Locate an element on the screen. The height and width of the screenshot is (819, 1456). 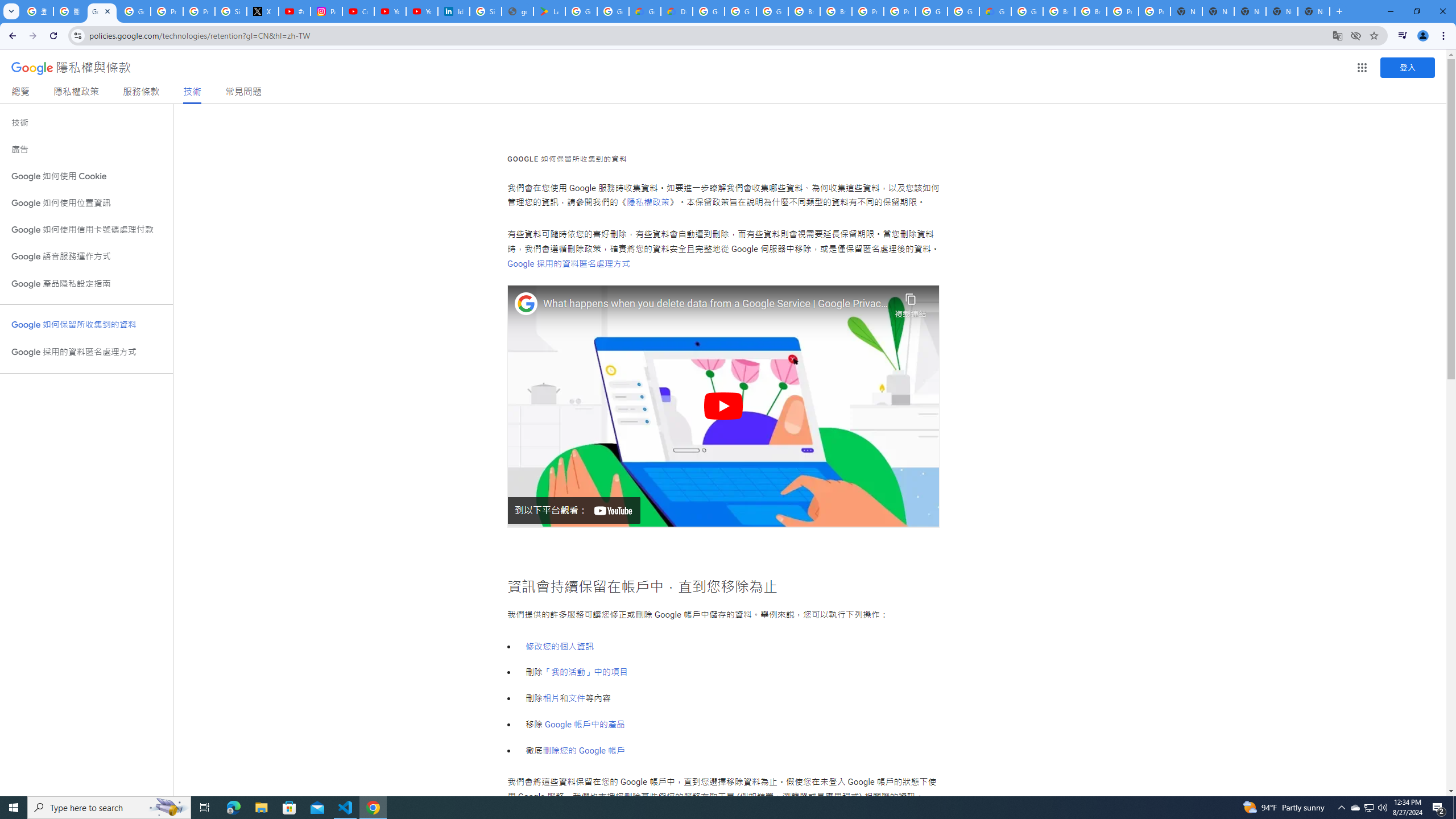
'Last Shelter: Survival - Apps on Google Play' is located at coordinates (549, 11).